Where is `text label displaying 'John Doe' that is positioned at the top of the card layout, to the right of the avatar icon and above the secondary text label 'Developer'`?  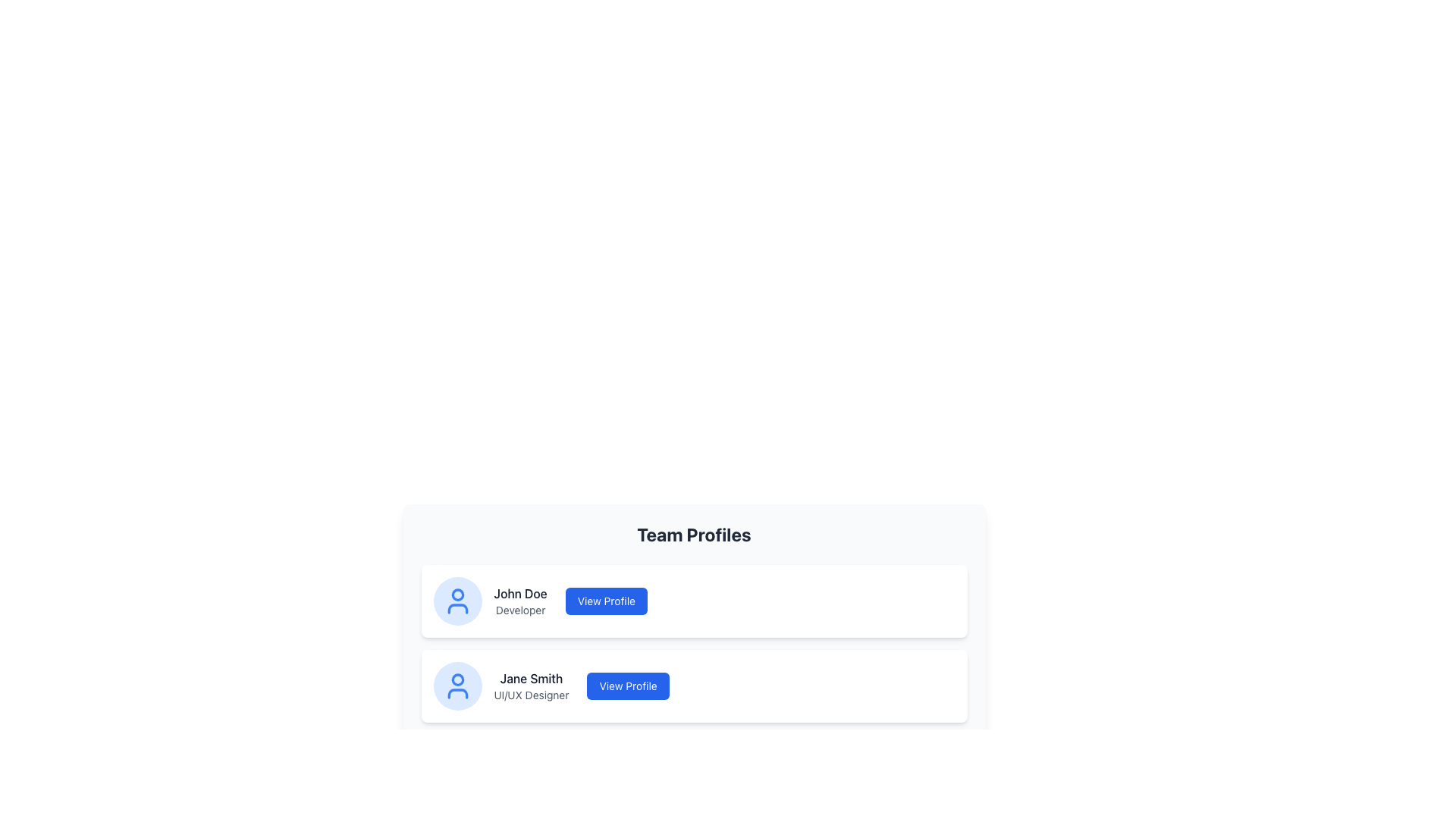
text label displaying 'John Doe' that is positioned at the top of the card layout, to the right of the avatar icon and above the secondary text label 'Developer' is located at coordinates (520, 593).